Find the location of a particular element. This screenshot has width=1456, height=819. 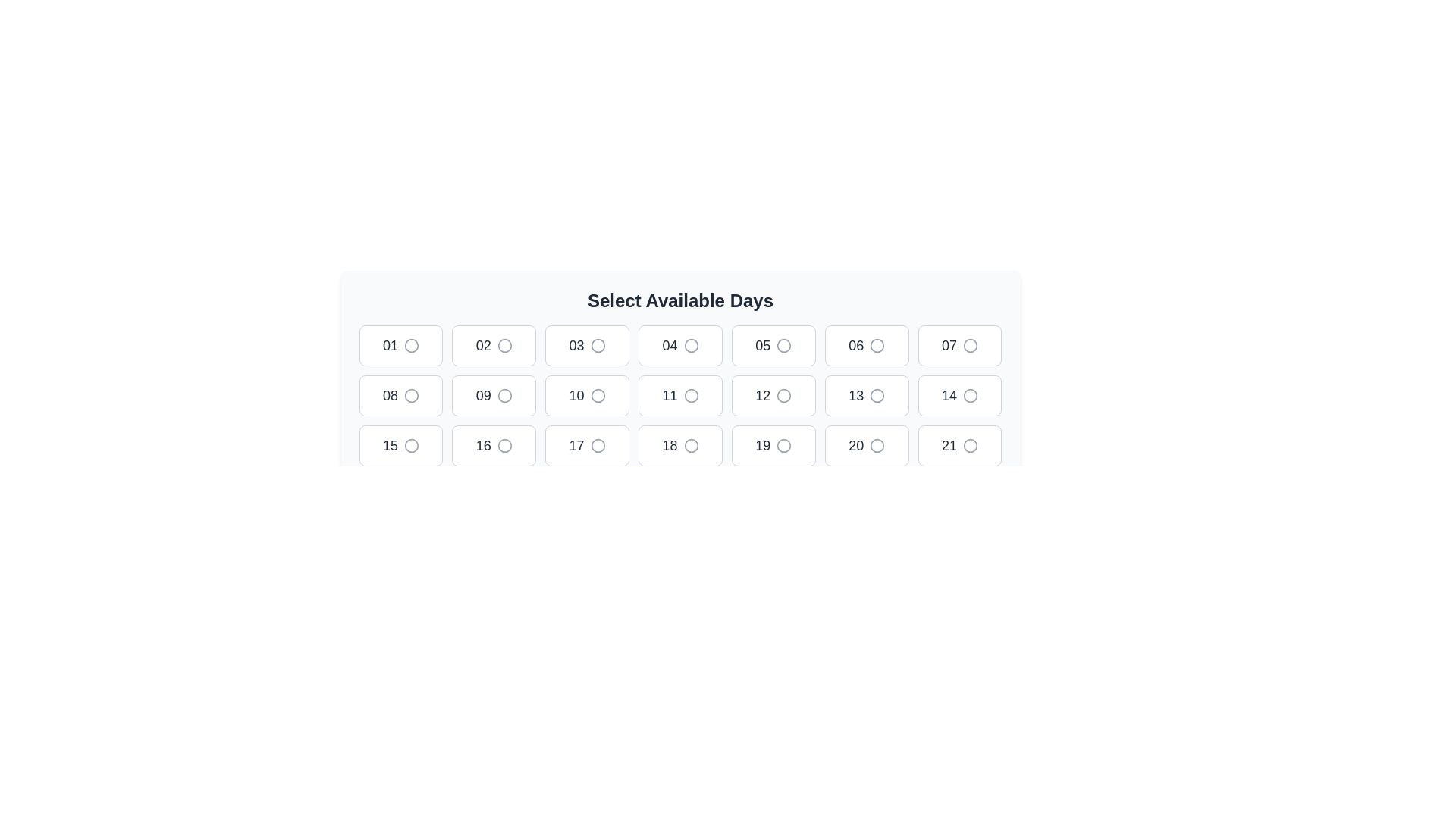

the interactive selection button displaying the number '04' is located at coordinates (679, 345).